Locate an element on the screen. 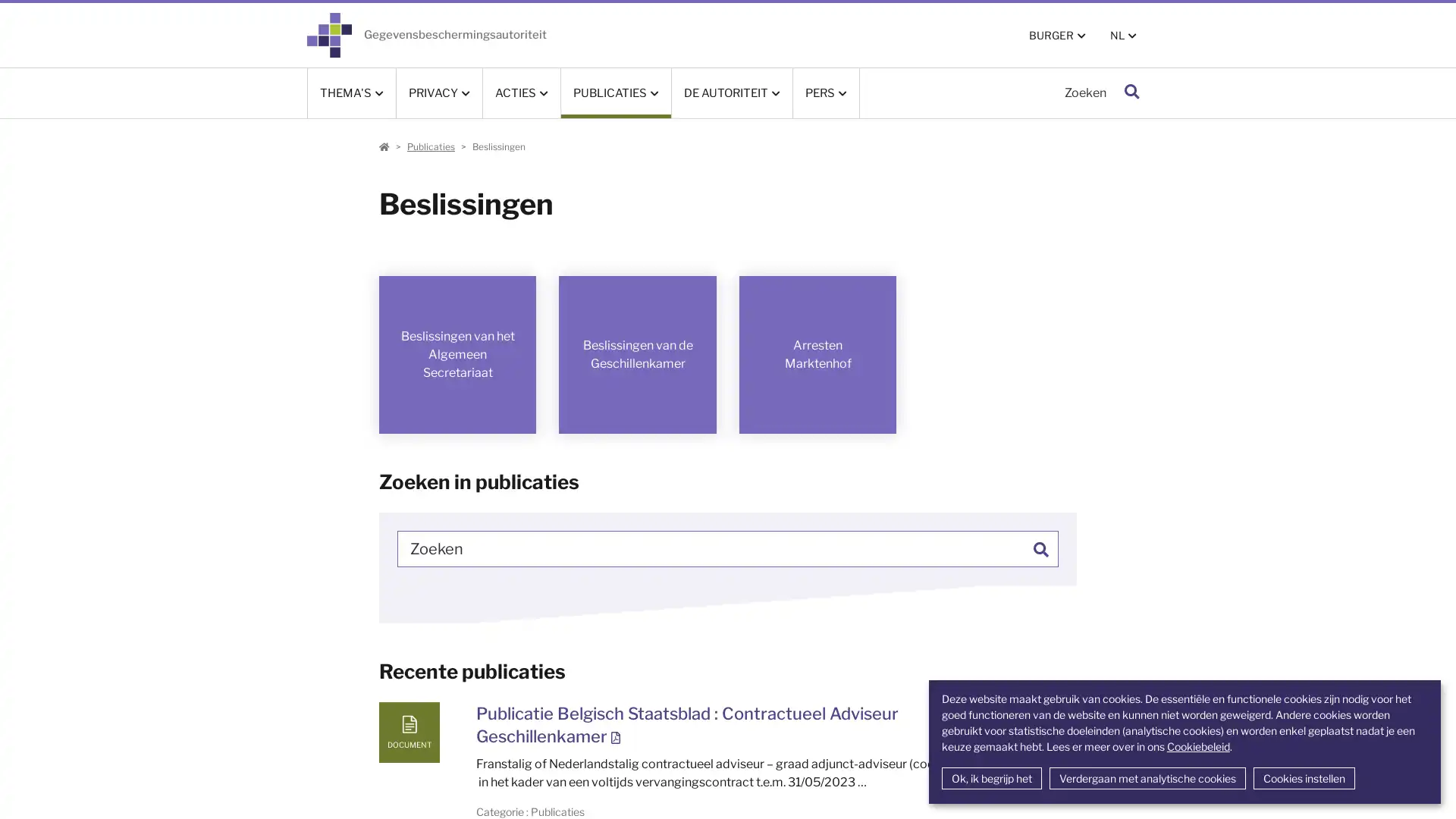 The image size is (1456, 819). Zoeken is located at coordinates (1131, 93).